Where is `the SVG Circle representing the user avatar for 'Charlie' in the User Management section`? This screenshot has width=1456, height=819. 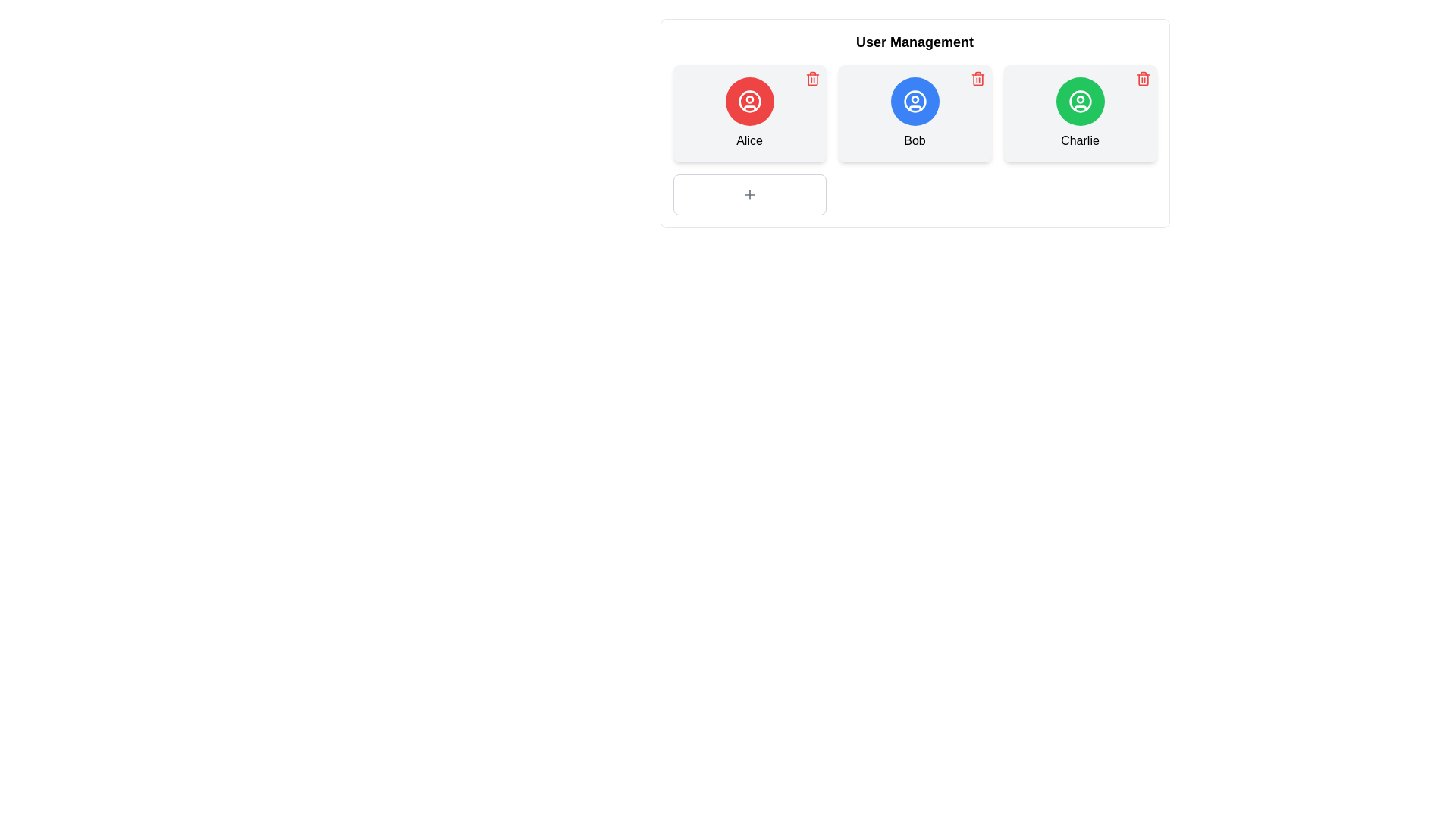
the SVG Circle representing the user avatar for 'Charlie' in the User Management section is located at coordinates (1079, 102).